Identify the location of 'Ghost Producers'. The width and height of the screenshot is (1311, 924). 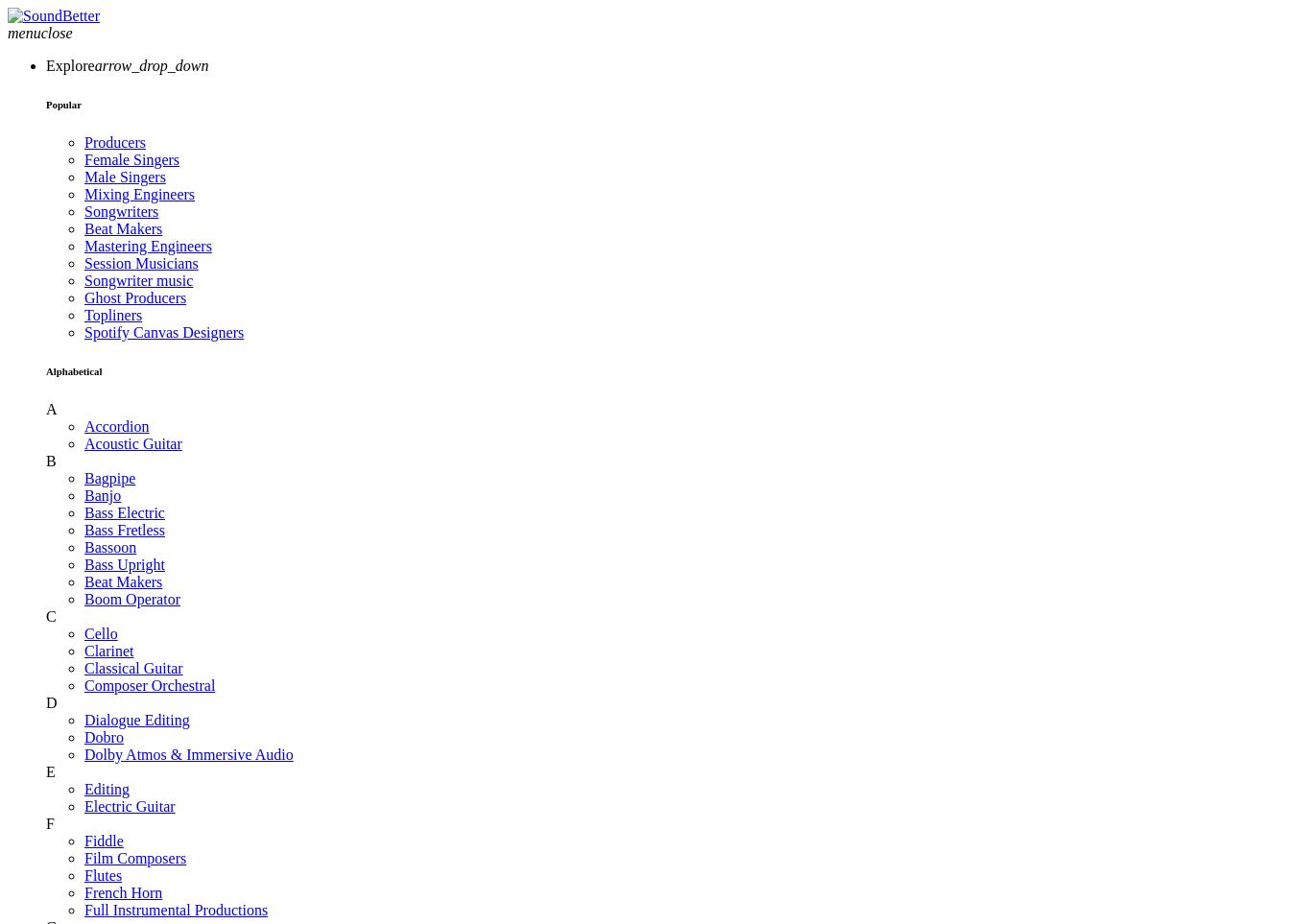
(133, 296).